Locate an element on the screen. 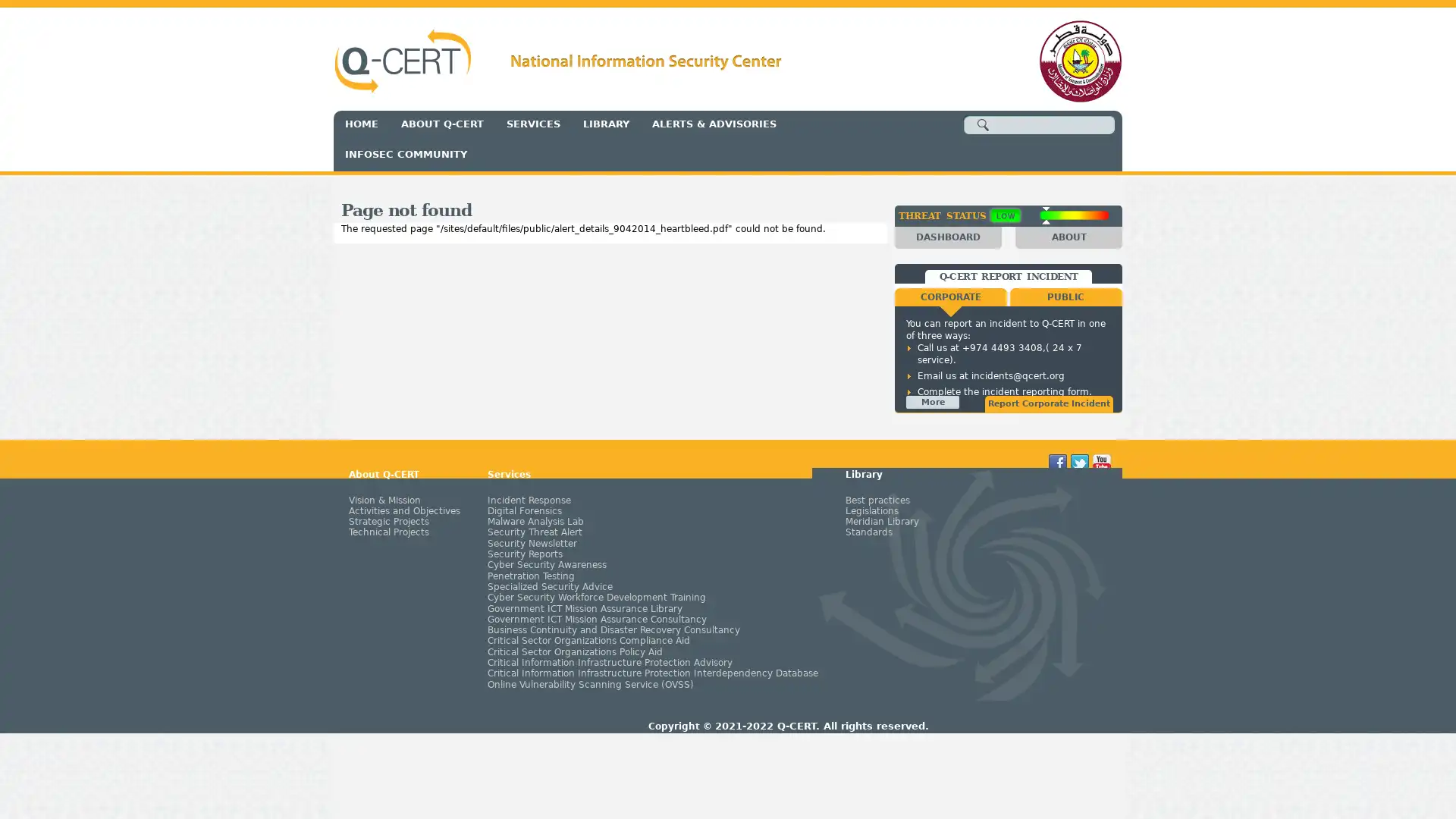 This screenshot has width=1456, height=819. Search is located at coordinates (983, 124).